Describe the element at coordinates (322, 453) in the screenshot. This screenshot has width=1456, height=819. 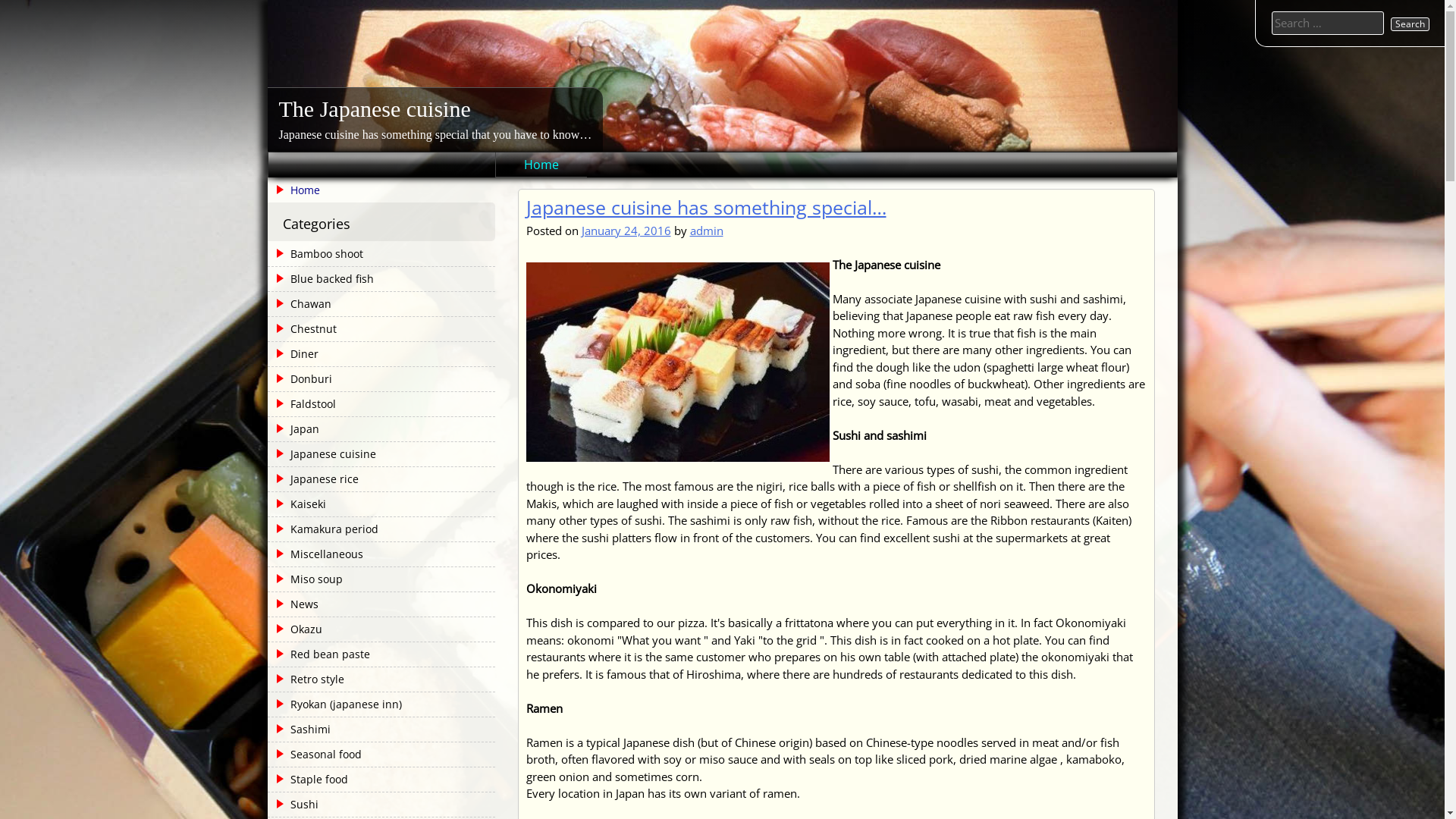
I see `'Japanese cuisine'` at that location.